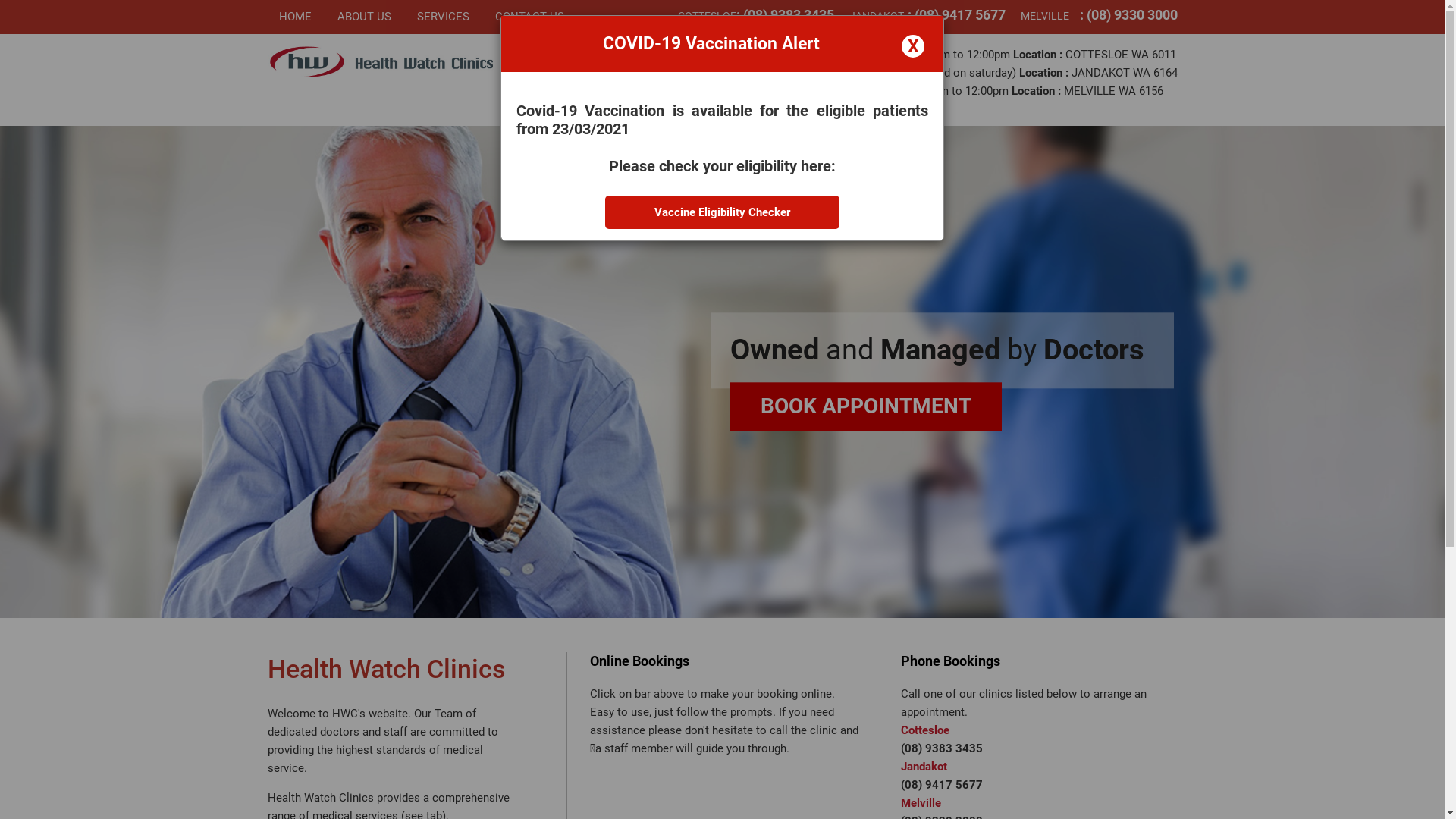 This screenshot has width=1456, height=819. Describe the element at coordinates (302, 17) in the screenshot. I see `'HOME'` at that location.